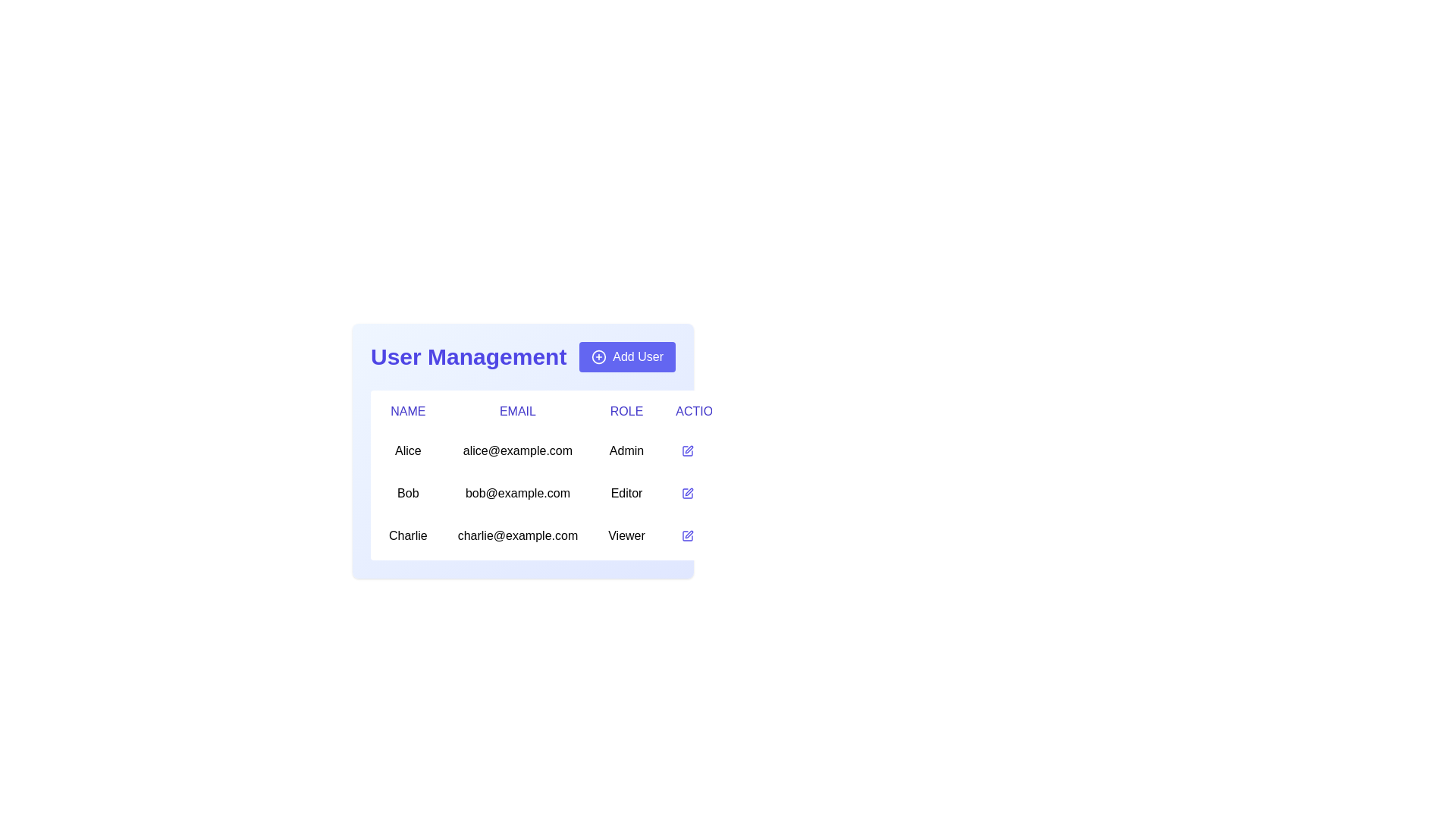 This screenshot has width=1456, height=819. Describe the element at coordinates (408, 494) in the screenshot. I see `the text label displaying the name 'Bob' in black font, located in the 'NAME' column of the 'User Management' table, specifically in the second row` at that location.